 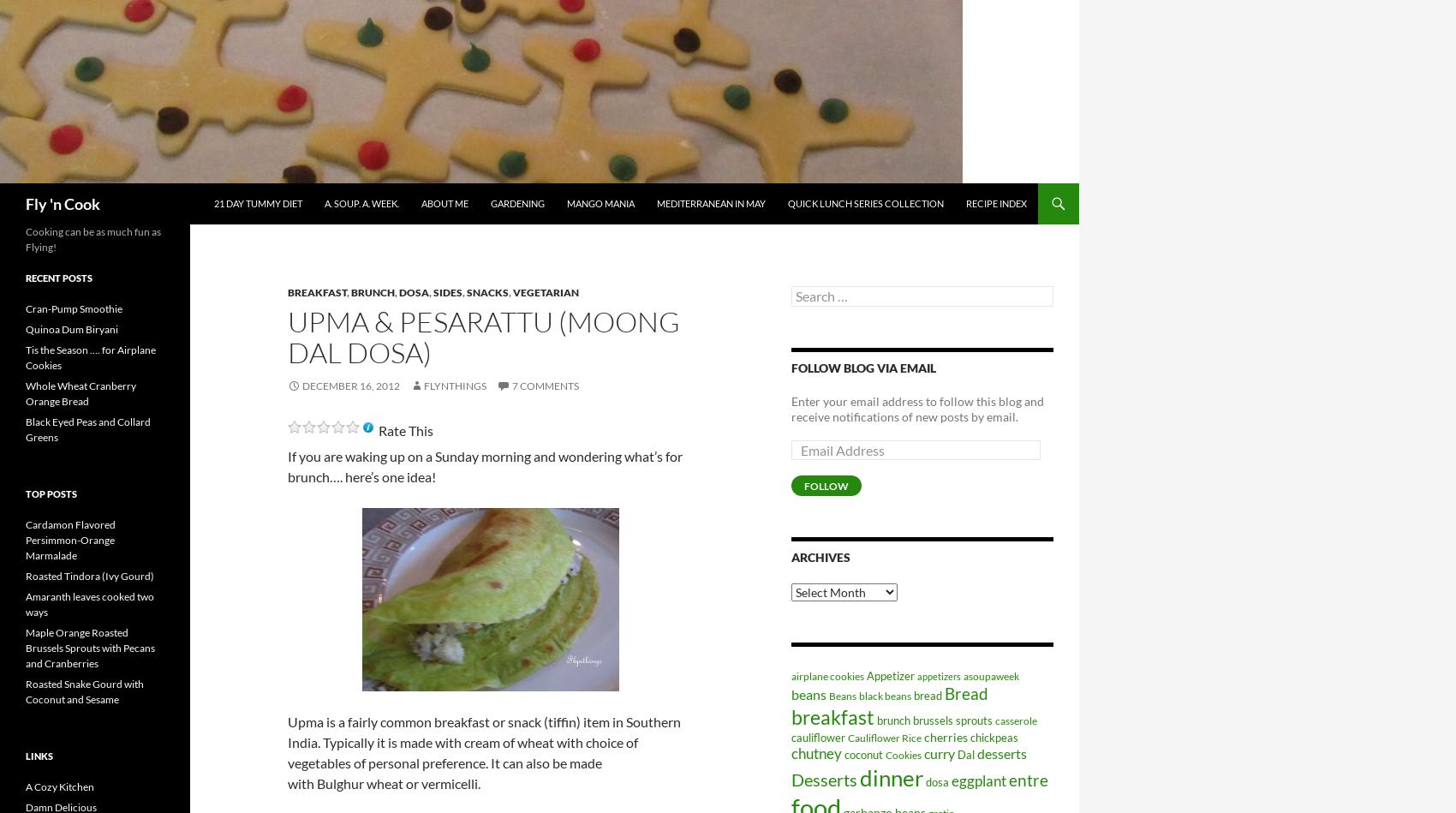 I want to click on 'casserole', so click(x=1015, y=719).